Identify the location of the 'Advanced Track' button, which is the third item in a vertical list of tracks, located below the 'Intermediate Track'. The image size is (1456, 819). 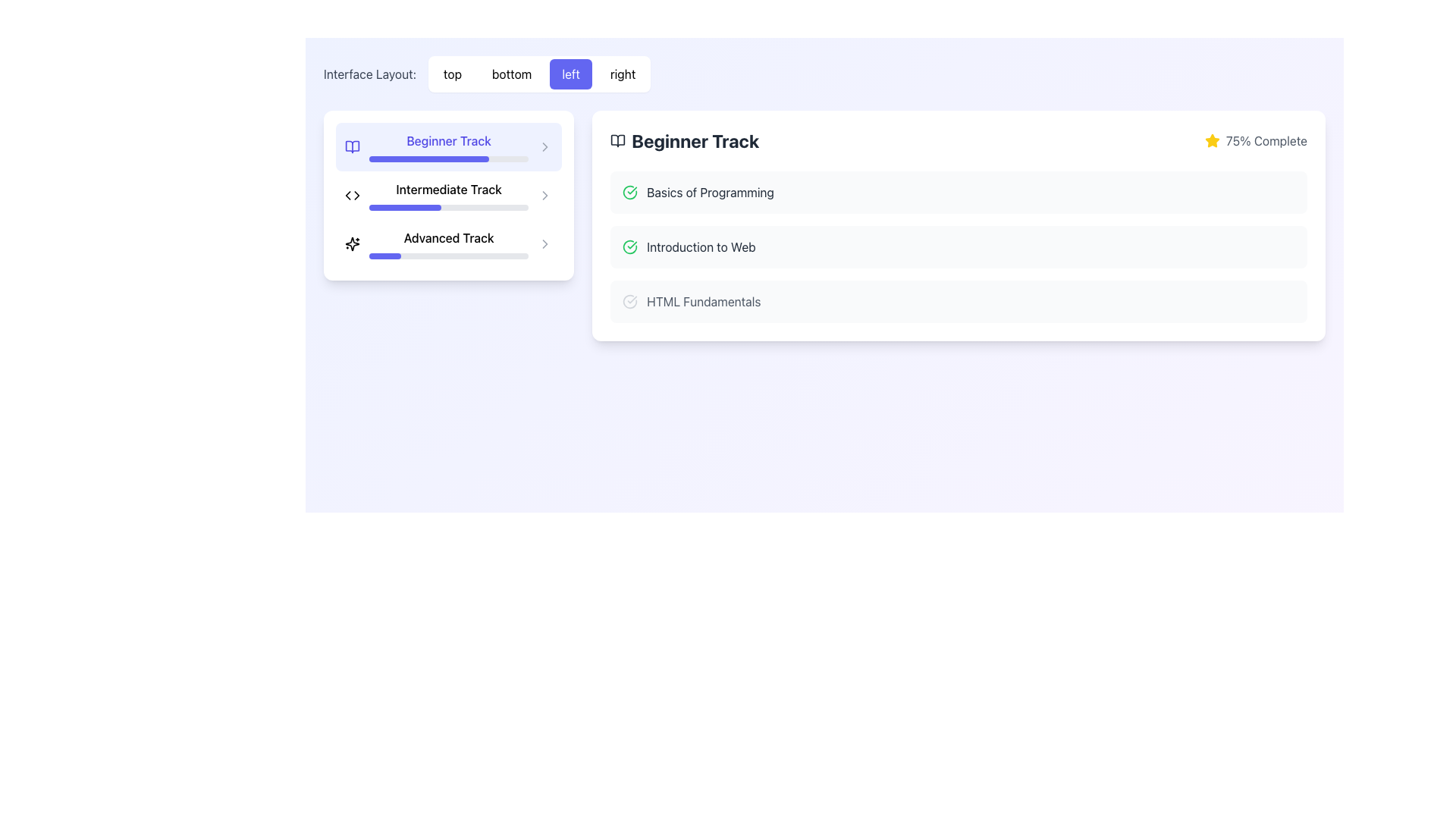
(447, 225).